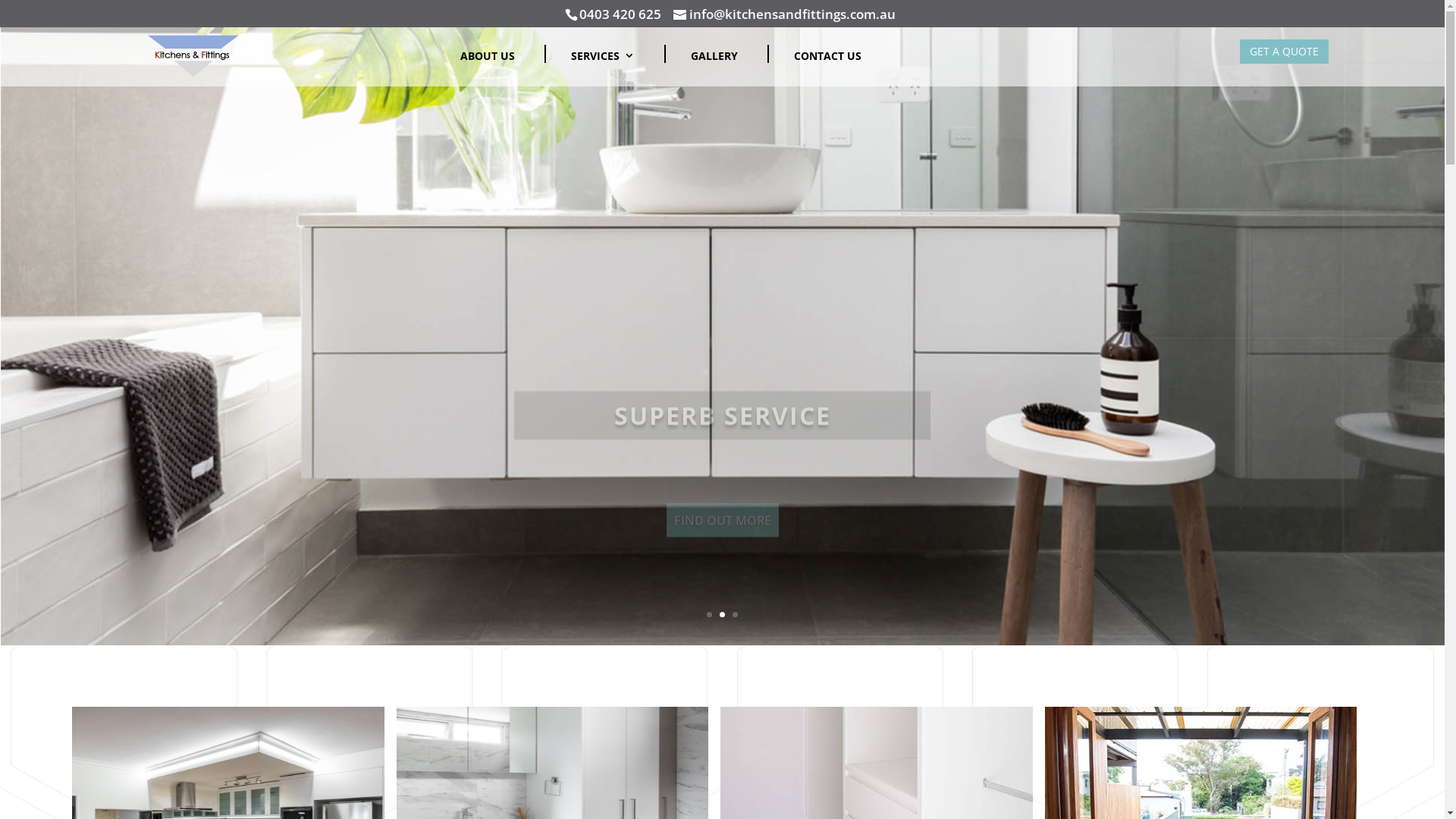  I want to click on '2', so click(721, 614).